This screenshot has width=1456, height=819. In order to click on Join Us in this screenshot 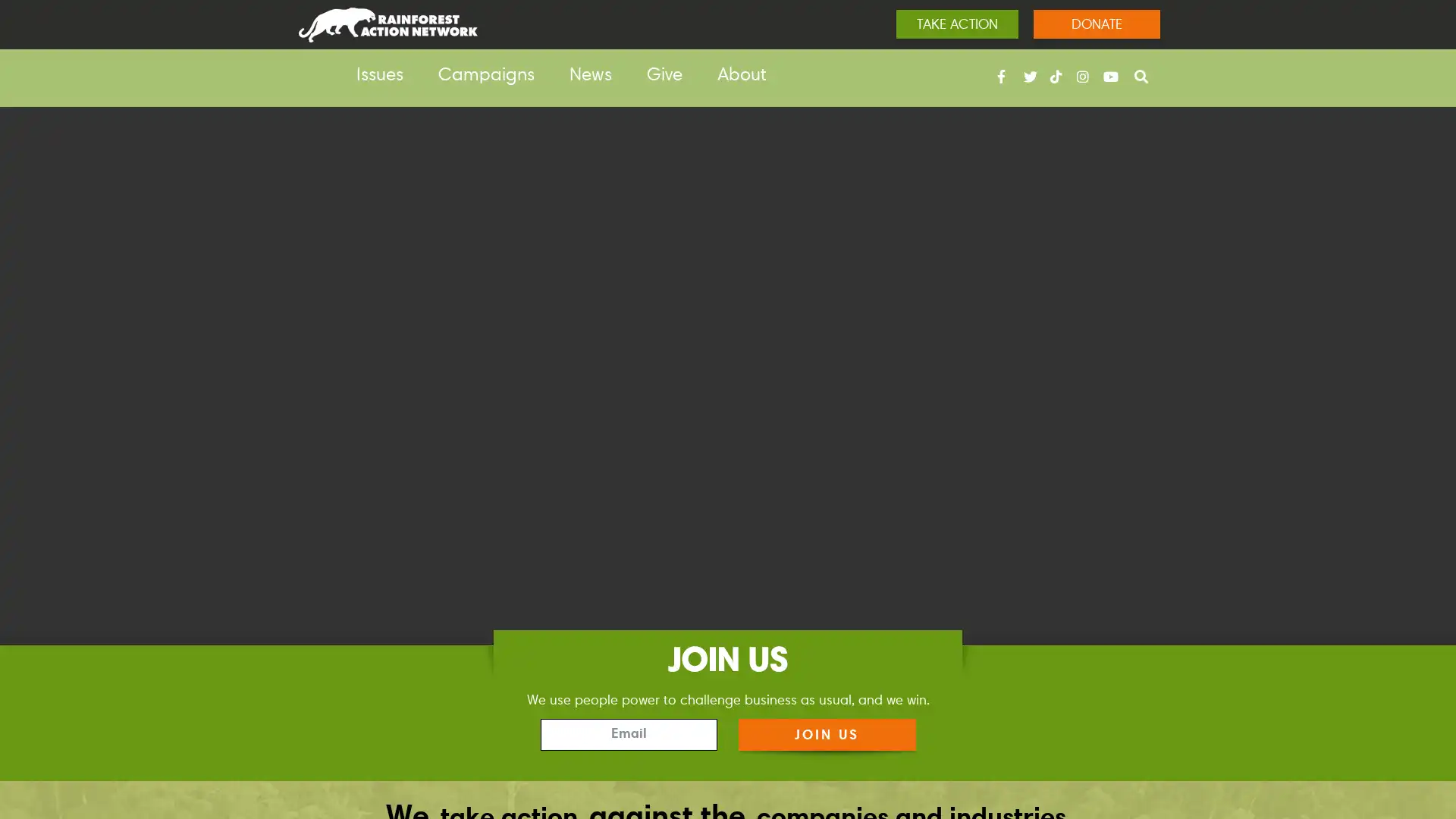, I will do `click(825, 733)`.